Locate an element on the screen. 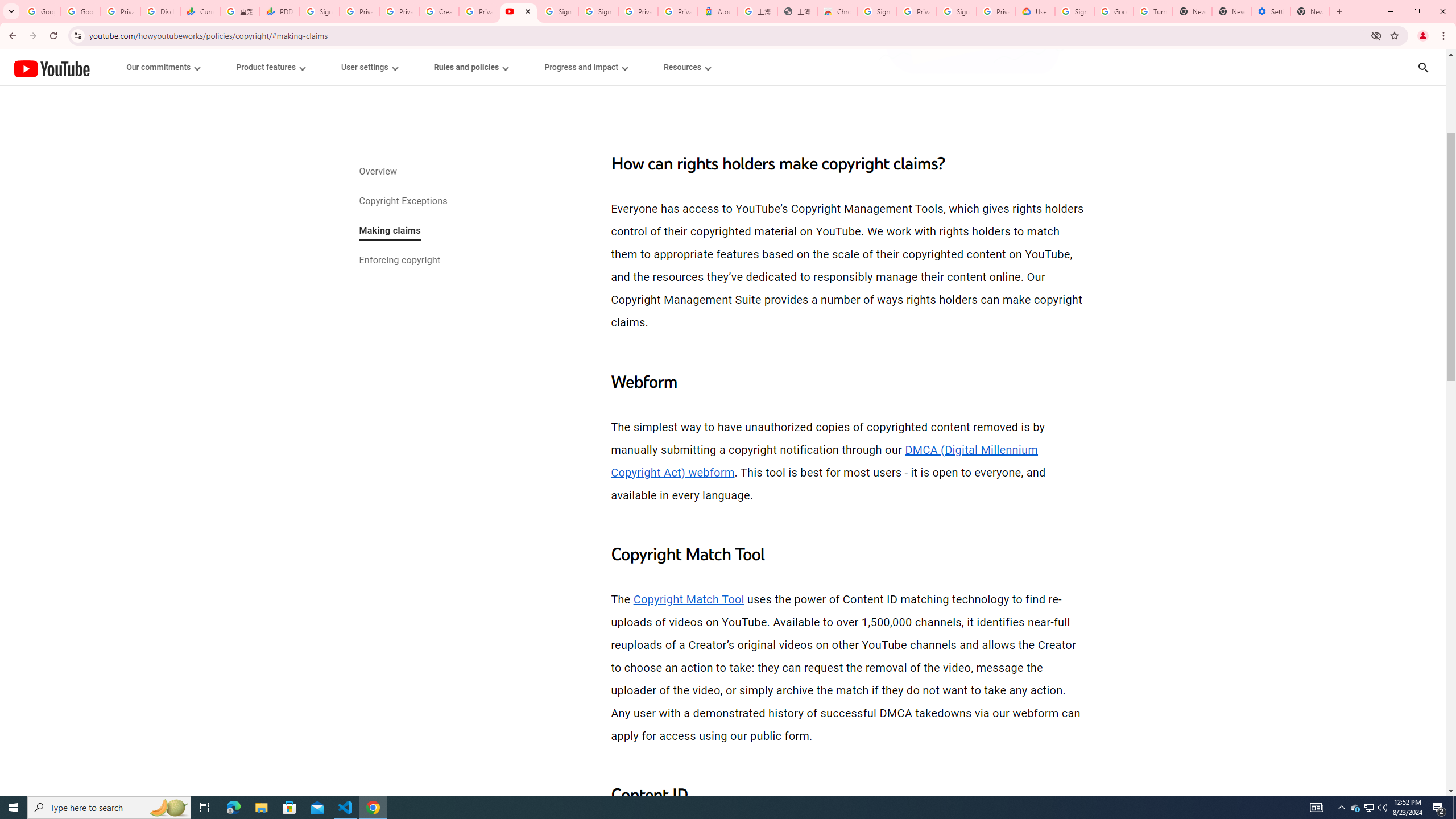  'Sign in - Google Accounts' is located at coordinates (876, 11).